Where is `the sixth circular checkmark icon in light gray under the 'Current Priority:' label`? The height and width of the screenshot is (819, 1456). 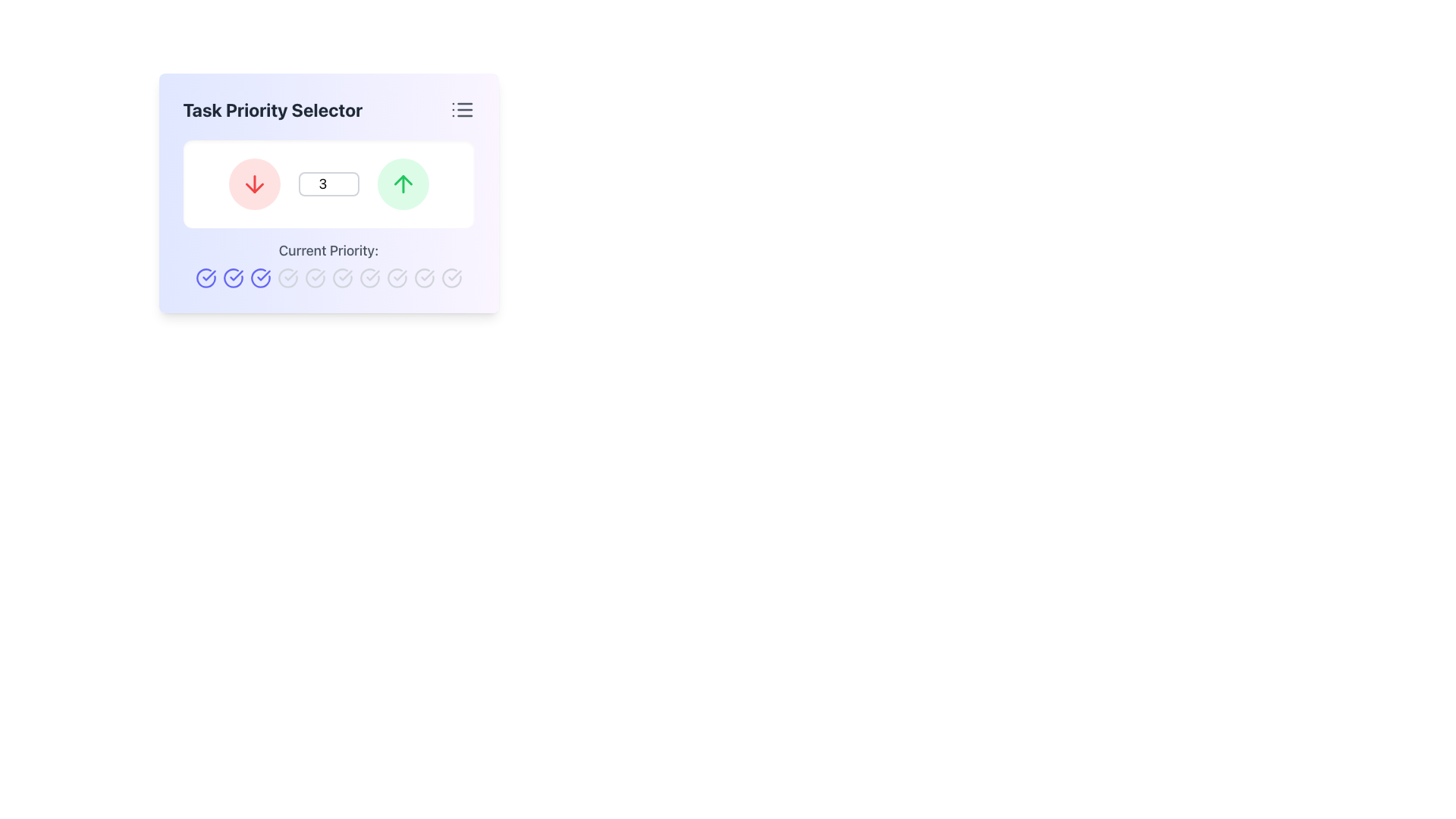 the sixth circular checkmark icon in light gray under the 'Current Priority:' label is located at coordinates (314, 278).